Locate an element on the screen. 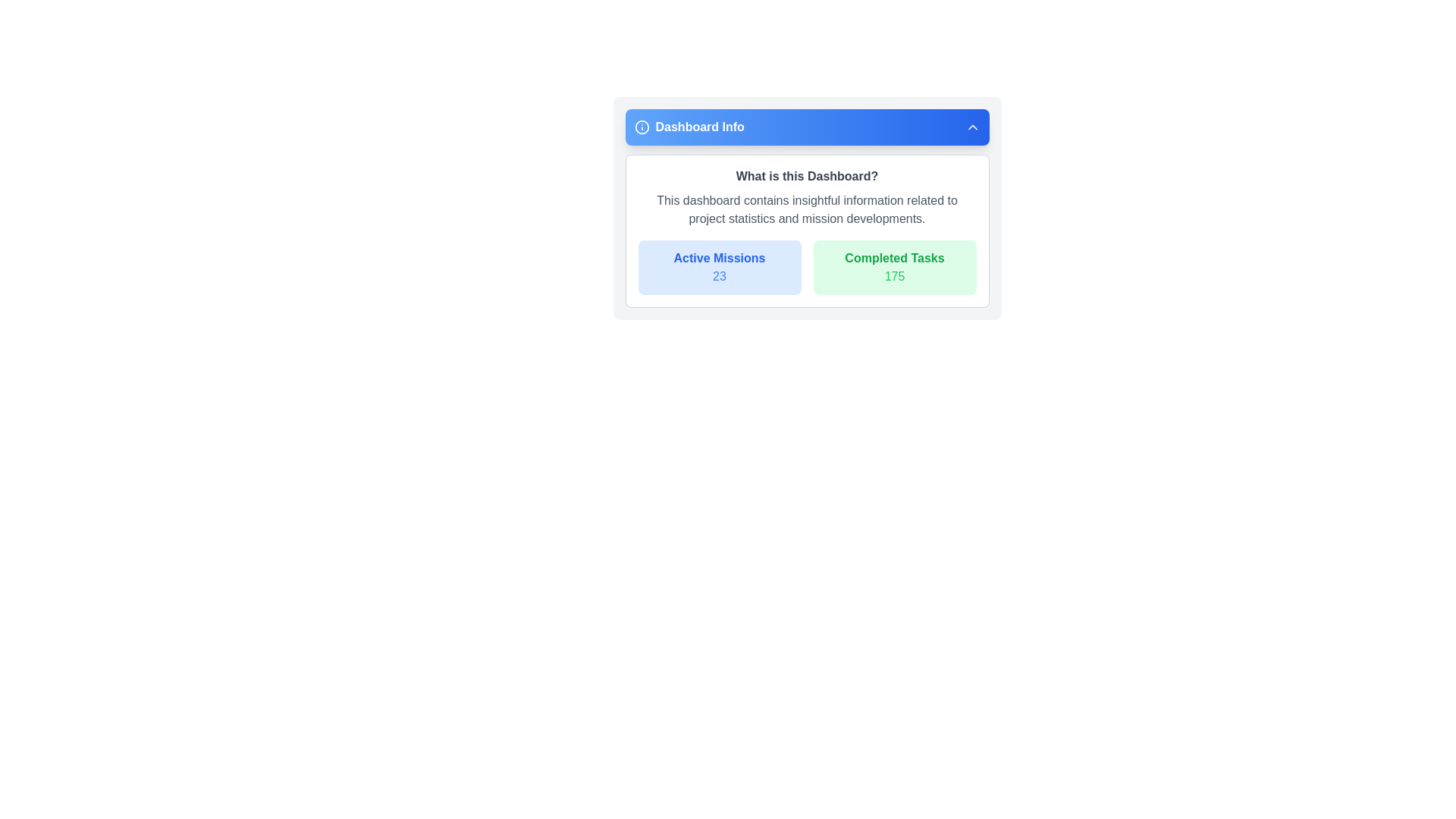 Image resolution: width=1456 pixels, height=819 pixels. the static text paragraph styled in gray, located centrally below the title 'What is this Dashboard?' in the white card section is located at coordinates (806, 210).